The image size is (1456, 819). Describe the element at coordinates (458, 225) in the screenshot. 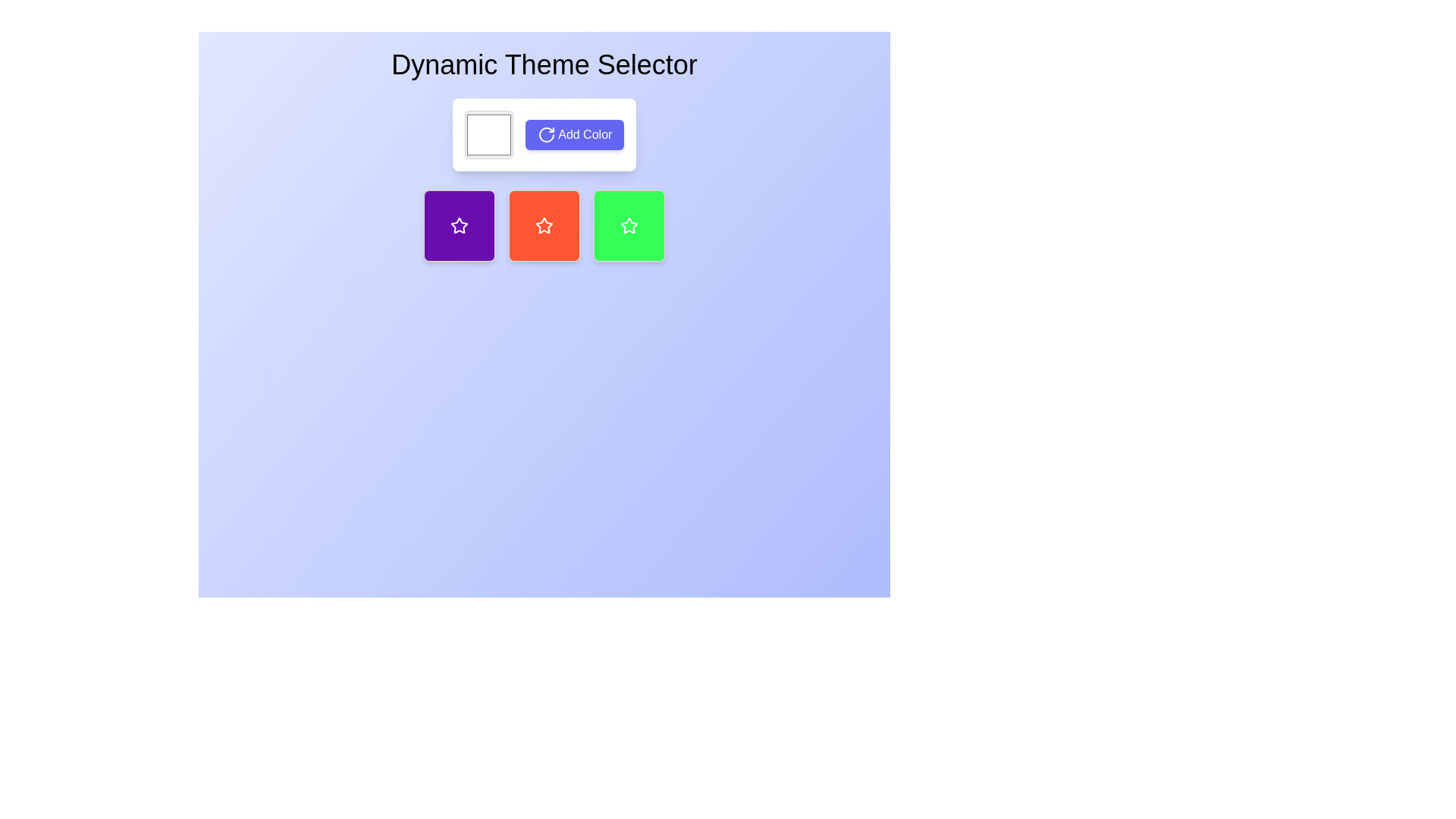

I see `the star-shaped icon with a white outline and transparent fill, located in the center of the purple square in the Dynamic Theme Selector section` at that location.